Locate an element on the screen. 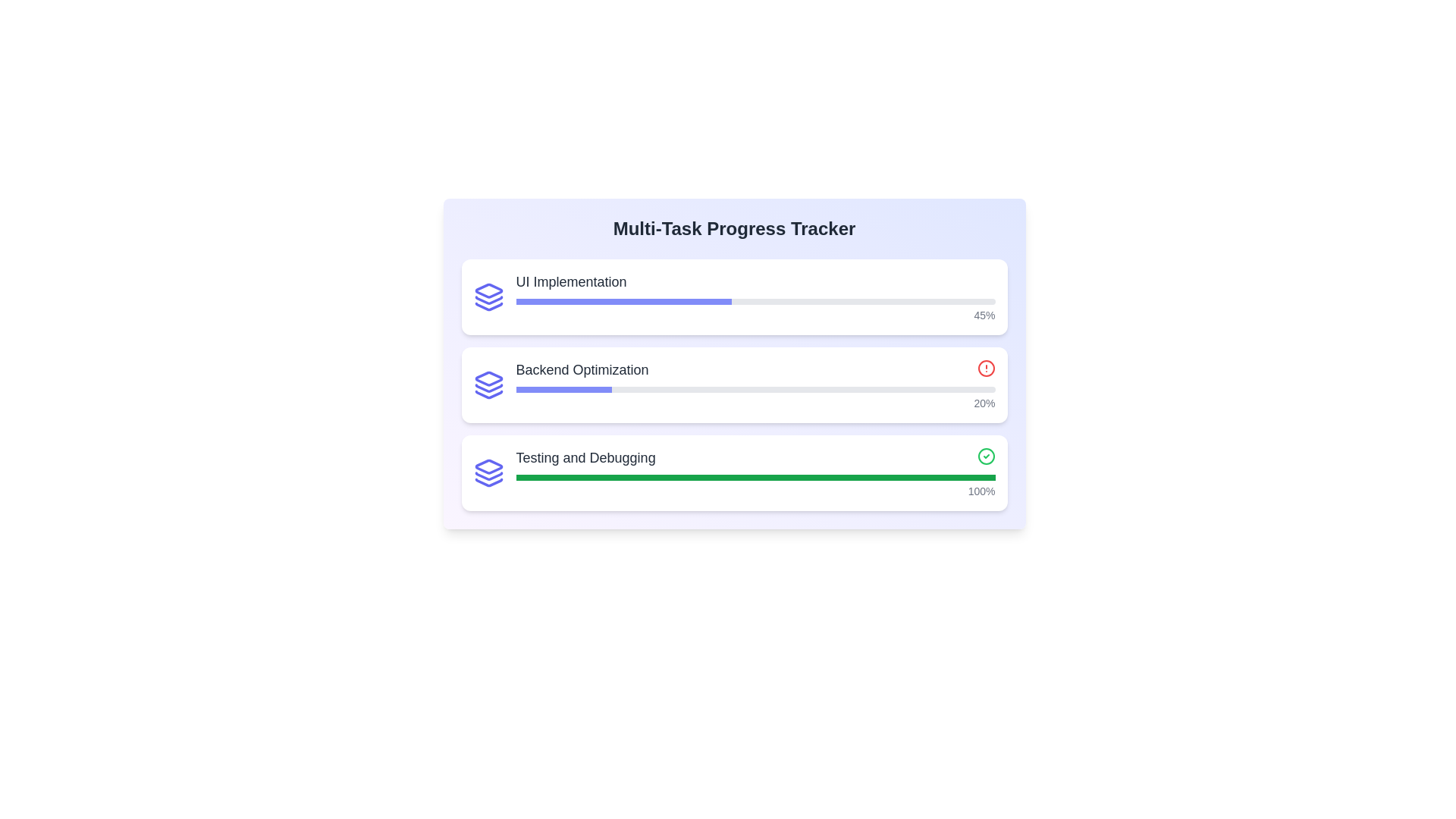  the progress bar titled 'UI Implementation' that displays '45%' on the right side, located in the first card of the stacked list of progress indicators is located at coordinates (755, 297).